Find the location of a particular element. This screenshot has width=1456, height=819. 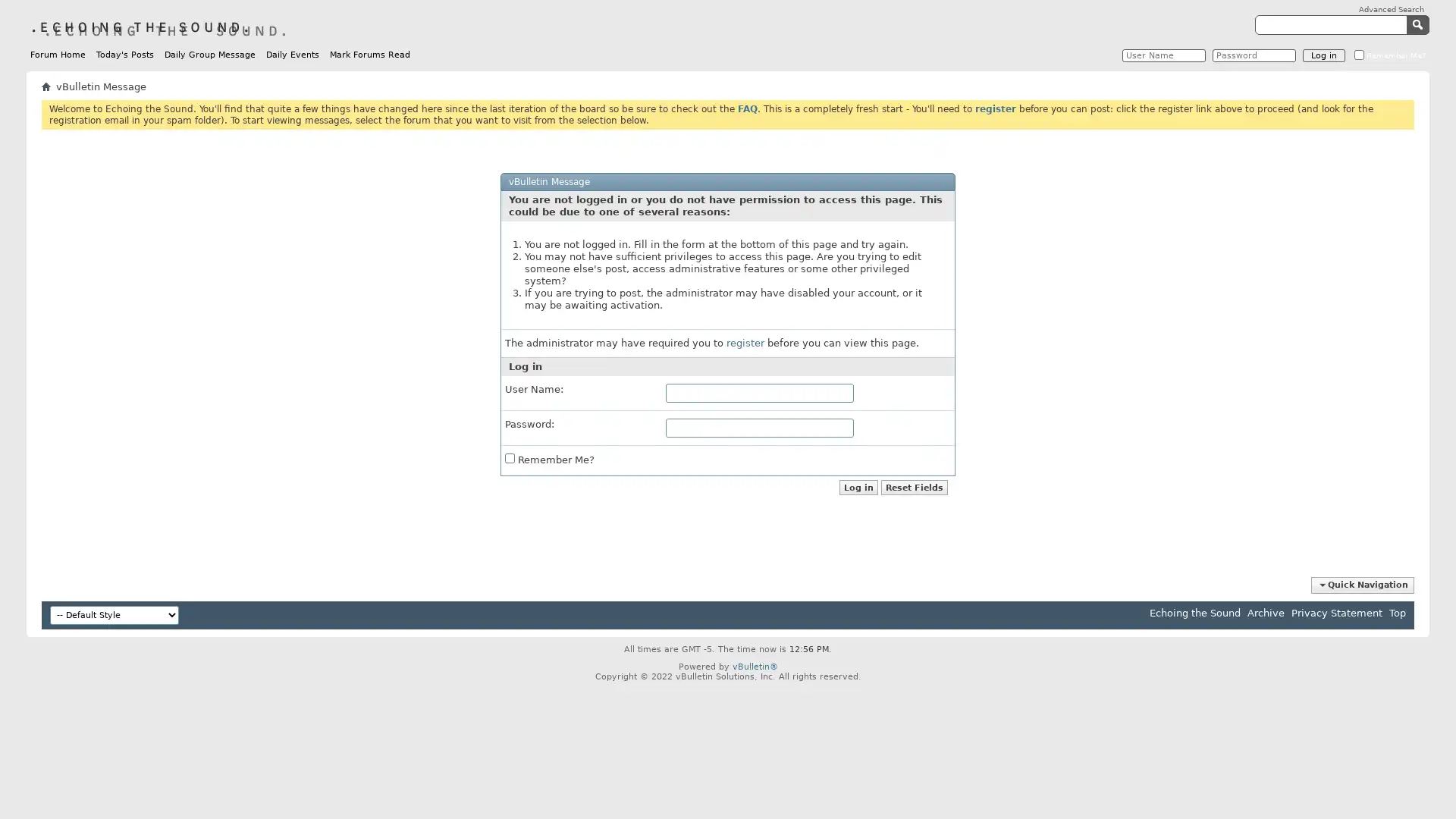

Log in is located at coordinates (1323, 55).